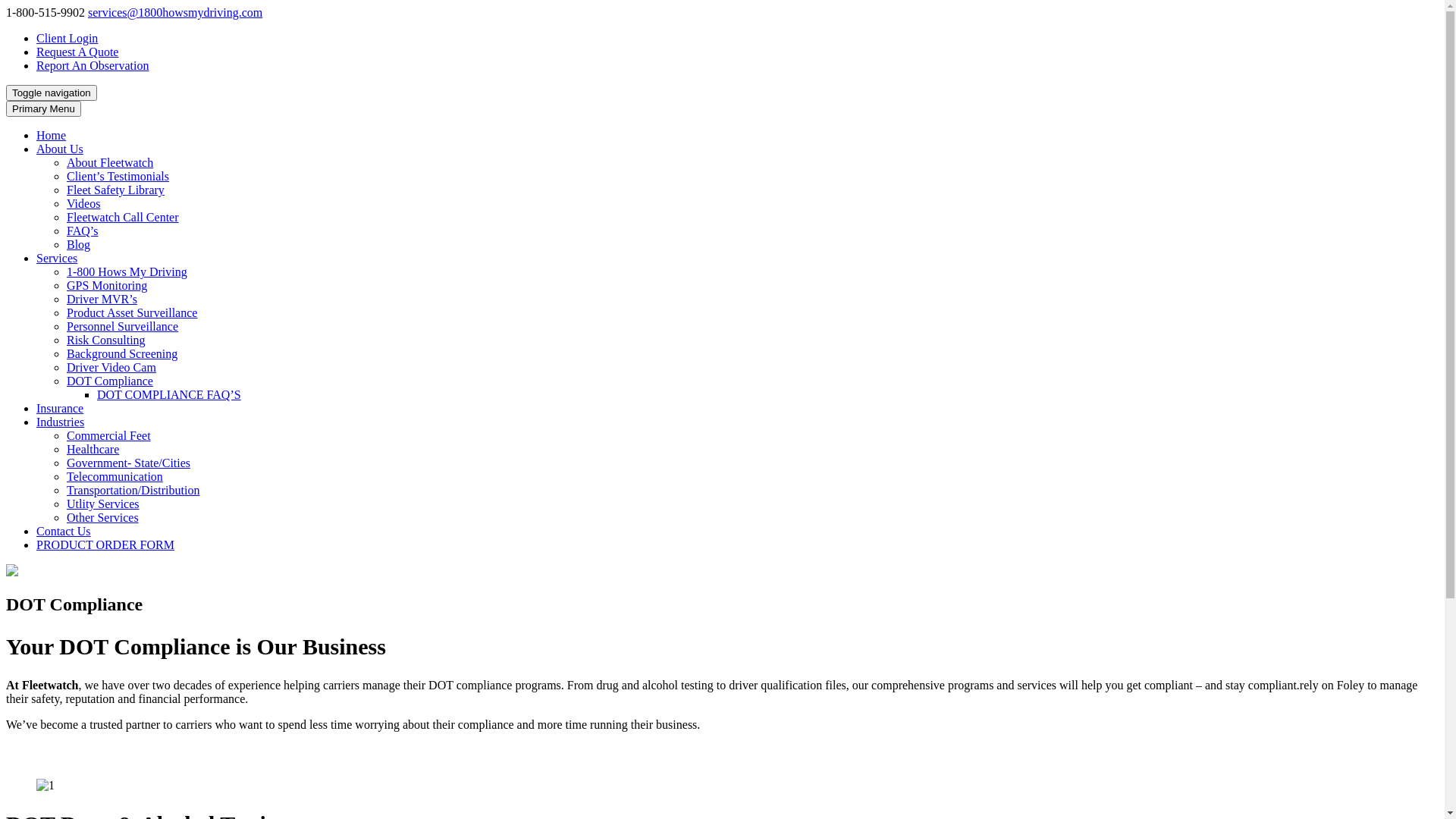 This screenshot has height=819, width=1456. Describe the element at coordinates (65, 202) in the screenshot. I see `'Videos'` at that location.